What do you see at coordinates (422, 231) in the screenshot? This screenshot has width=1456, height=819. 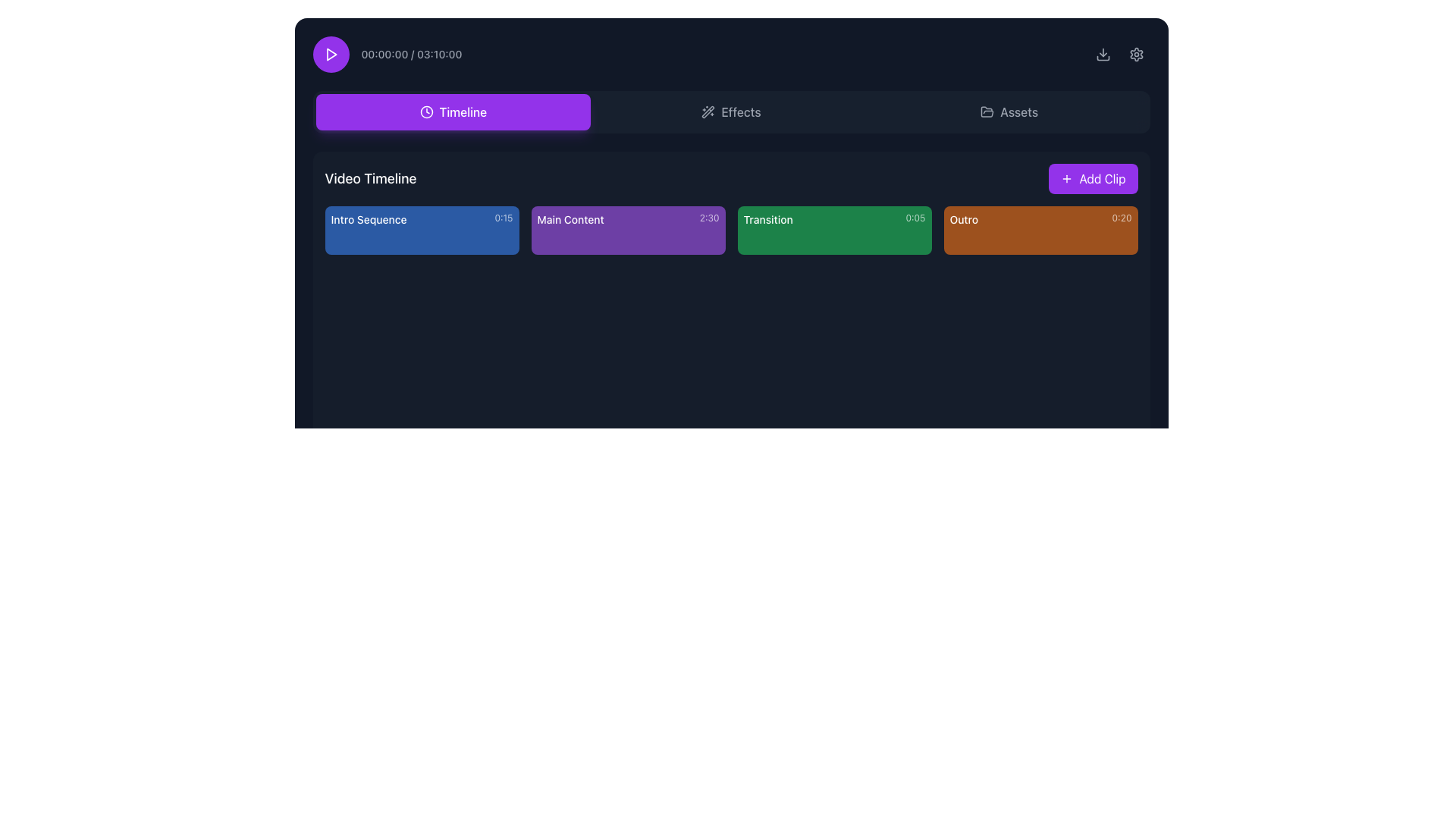 I see `the first timeline segment item in the Video Timeline section` at bounding box center [422, 231].